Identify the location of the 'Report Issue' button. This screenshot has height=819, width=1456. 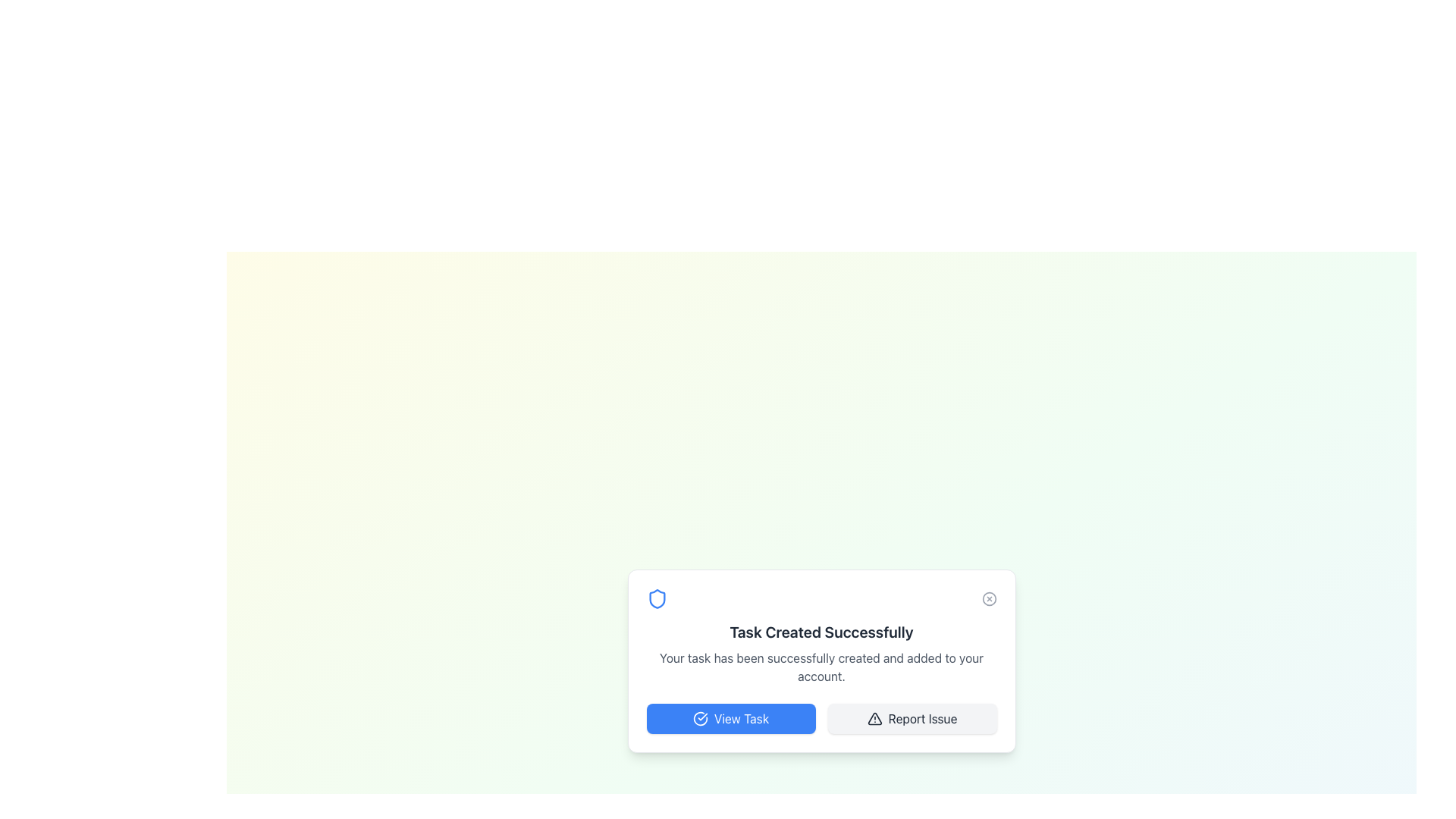
(912, 718).